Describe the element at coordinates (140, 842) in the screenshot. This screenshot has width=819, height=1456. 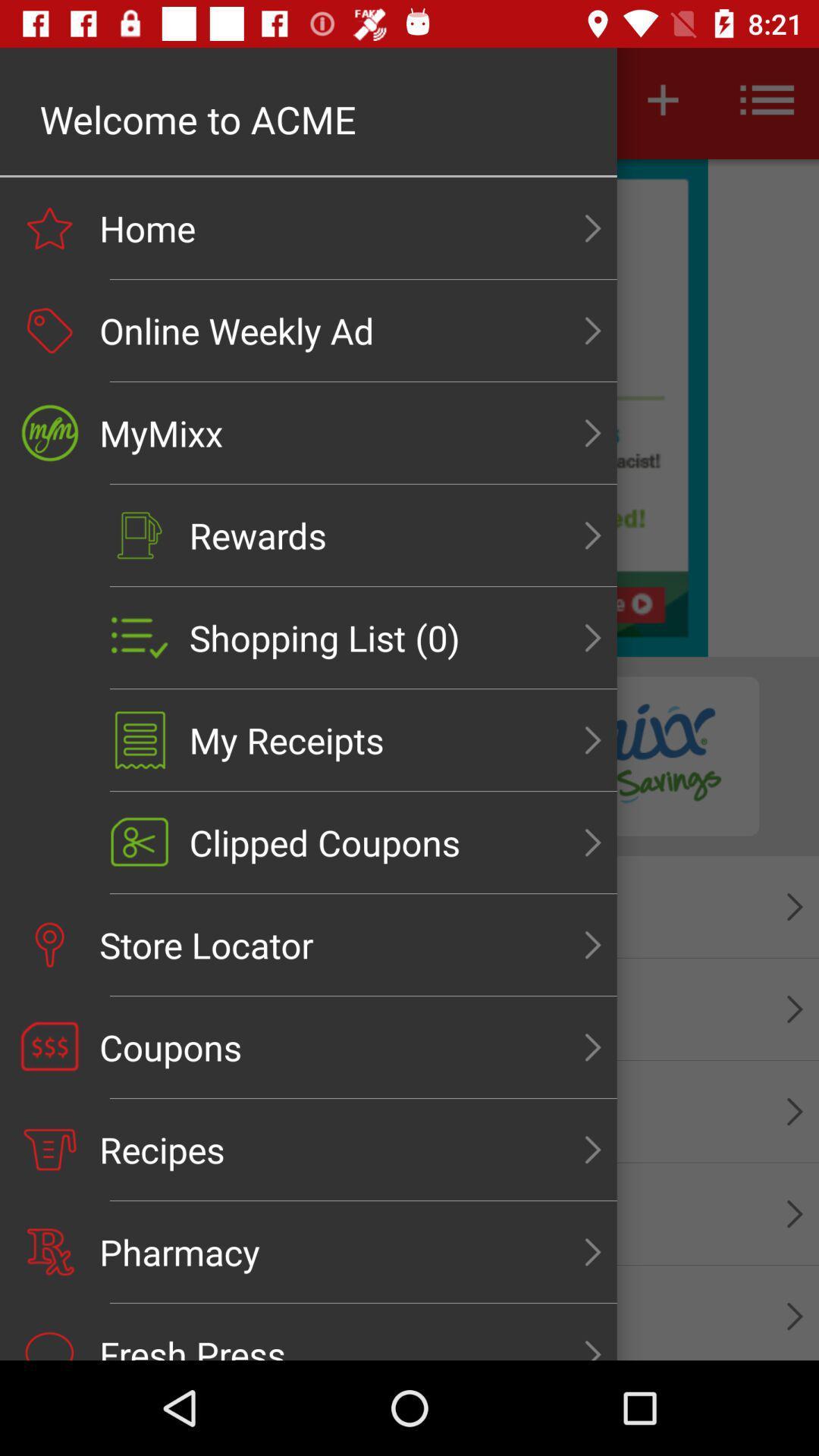
I see `tap the clipped coupons icon` at that location.